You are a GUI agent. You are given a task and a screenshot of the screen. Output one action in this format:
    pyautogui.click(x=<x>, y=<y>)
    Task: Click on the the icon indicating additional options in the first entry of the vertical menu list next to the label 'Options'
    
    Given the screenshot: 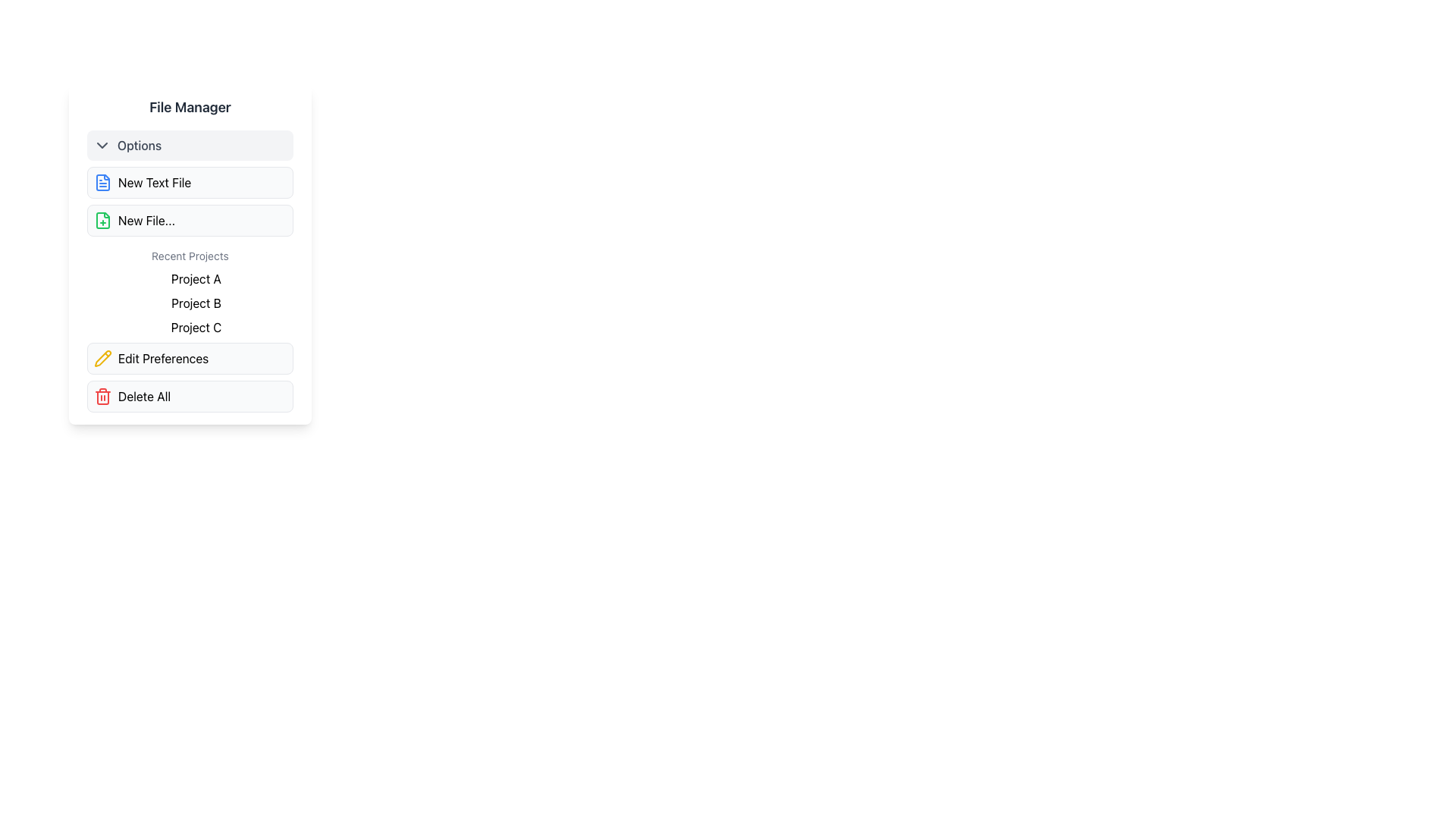 What is the action you would take?
    pyautogui.click(x=101, y=146)
    